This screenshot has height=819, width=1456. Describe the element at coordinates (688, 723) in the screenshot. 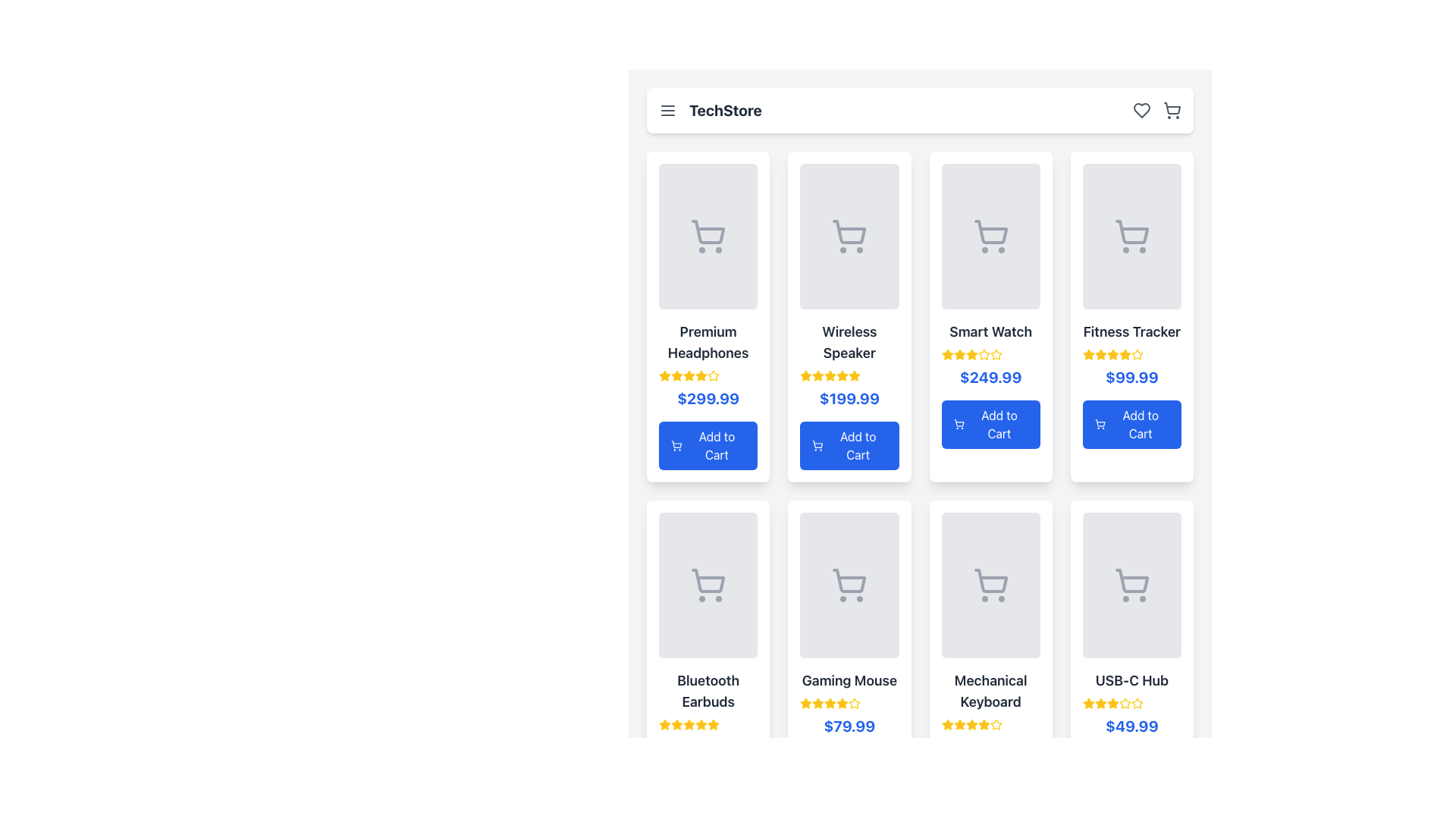

I see `the third star in the five-star rating indicator below the 'Bluetooth Earbuds' product card by moving the cursor to its center point` at that location.